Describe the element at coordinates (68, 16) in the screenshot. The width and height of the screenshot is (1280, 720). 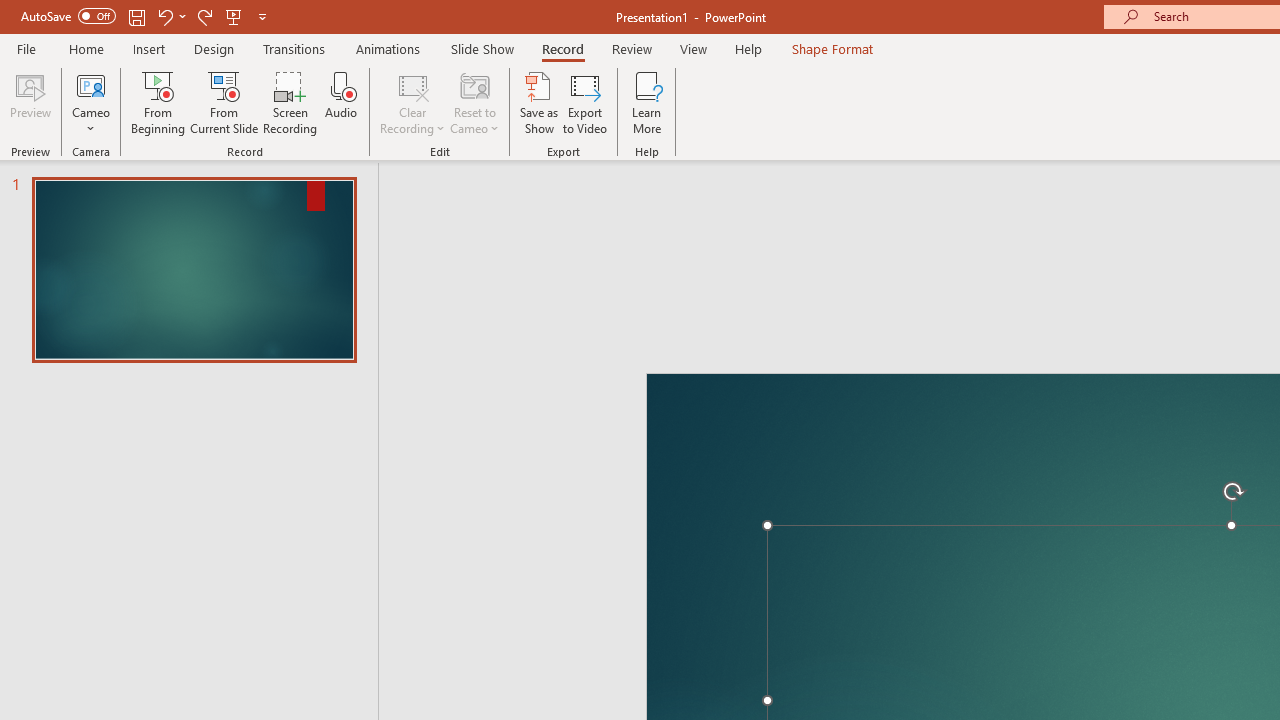
I see `'AutoSave'` at that location.